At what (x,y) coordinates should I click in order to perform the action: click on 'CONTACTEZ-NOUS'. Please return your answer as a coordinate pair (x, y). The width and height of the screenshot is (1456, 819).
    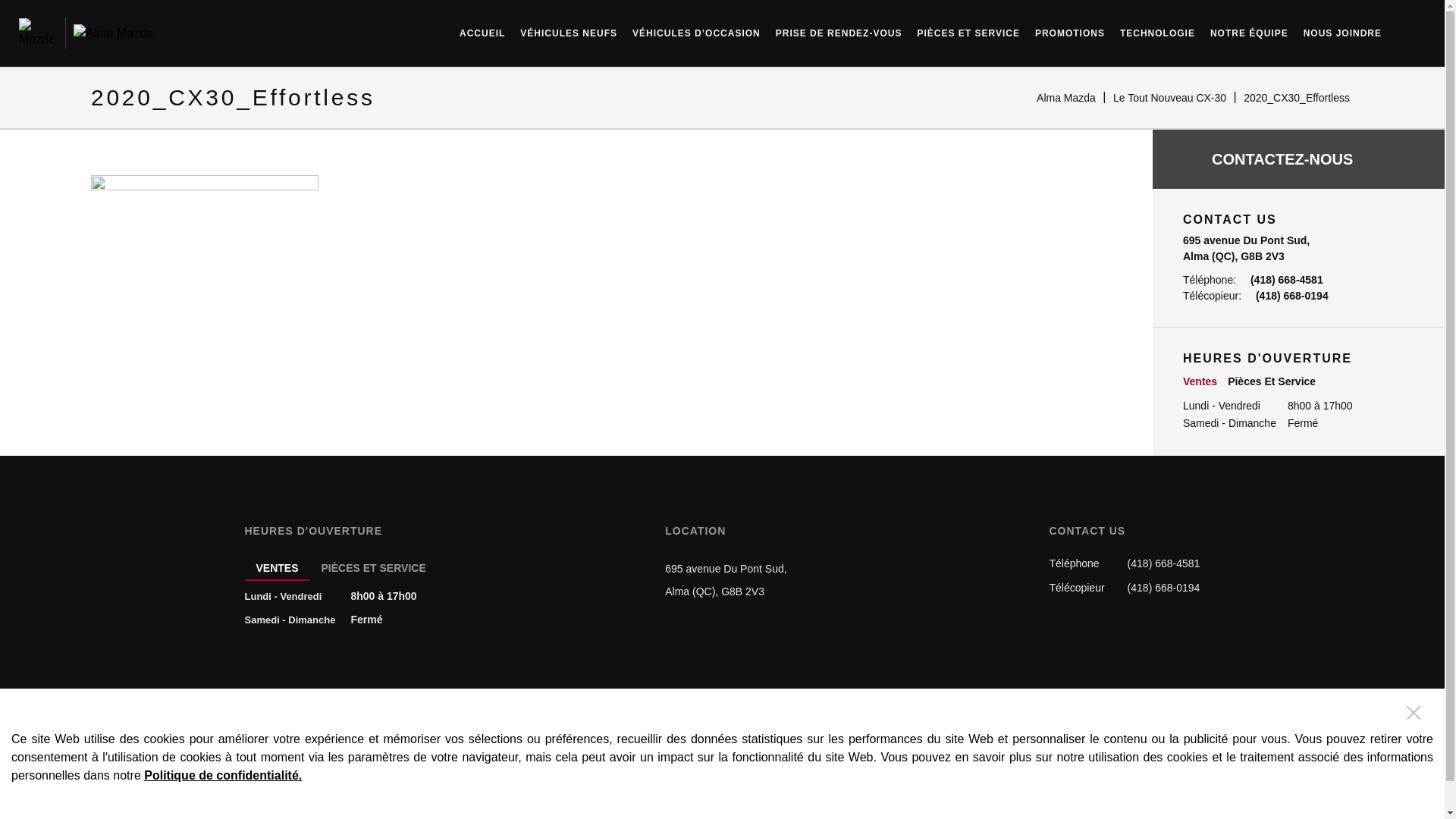
    Looking at the image, I should click on (1298, 158).